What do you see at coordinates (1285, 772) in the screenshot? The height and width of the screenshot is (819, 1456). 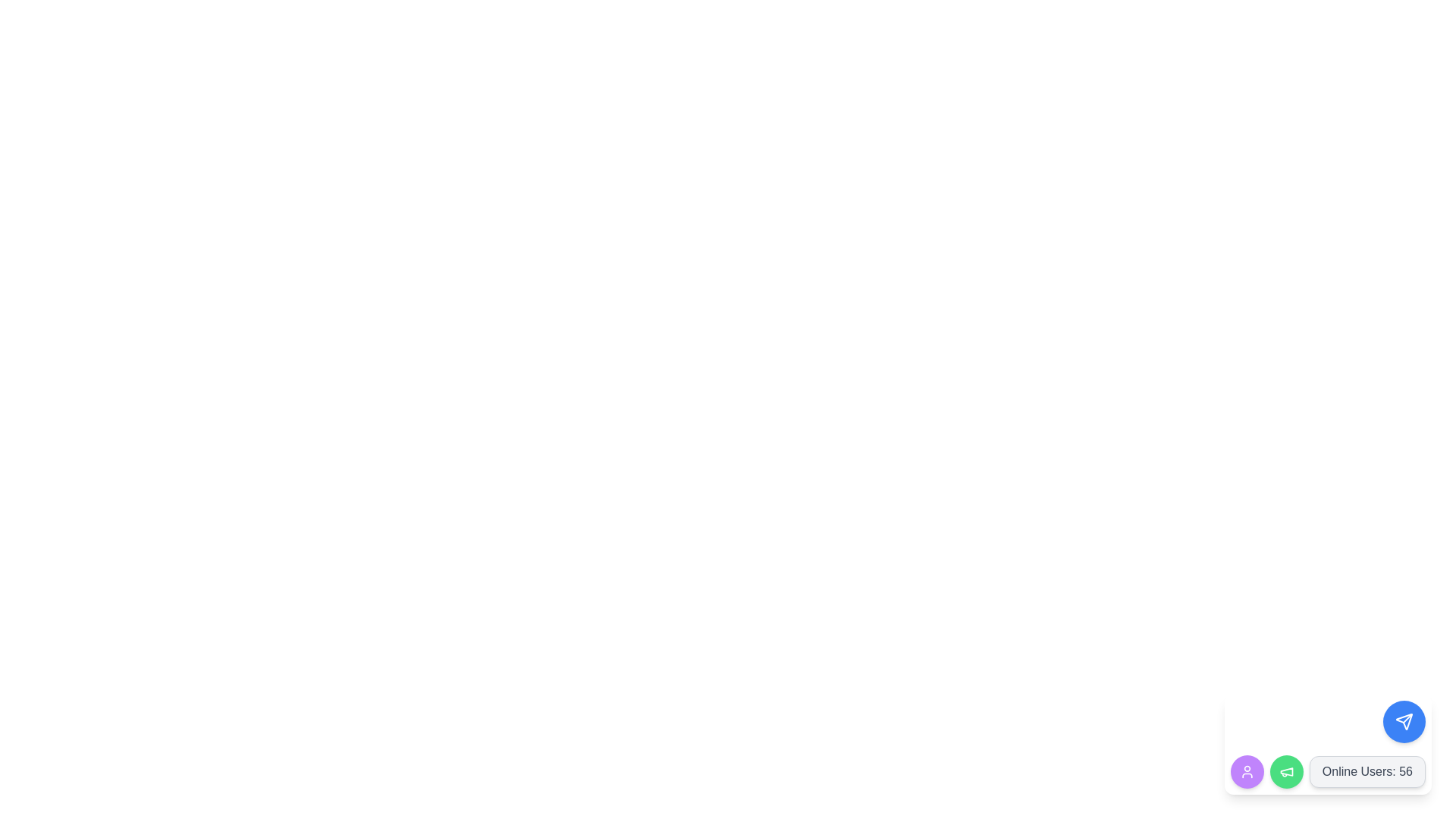 I see `the circular green button with a white megaphone icon located between the purple user icon button and the label 'Online Users: 56.'` at bounding box center [1285, 772].